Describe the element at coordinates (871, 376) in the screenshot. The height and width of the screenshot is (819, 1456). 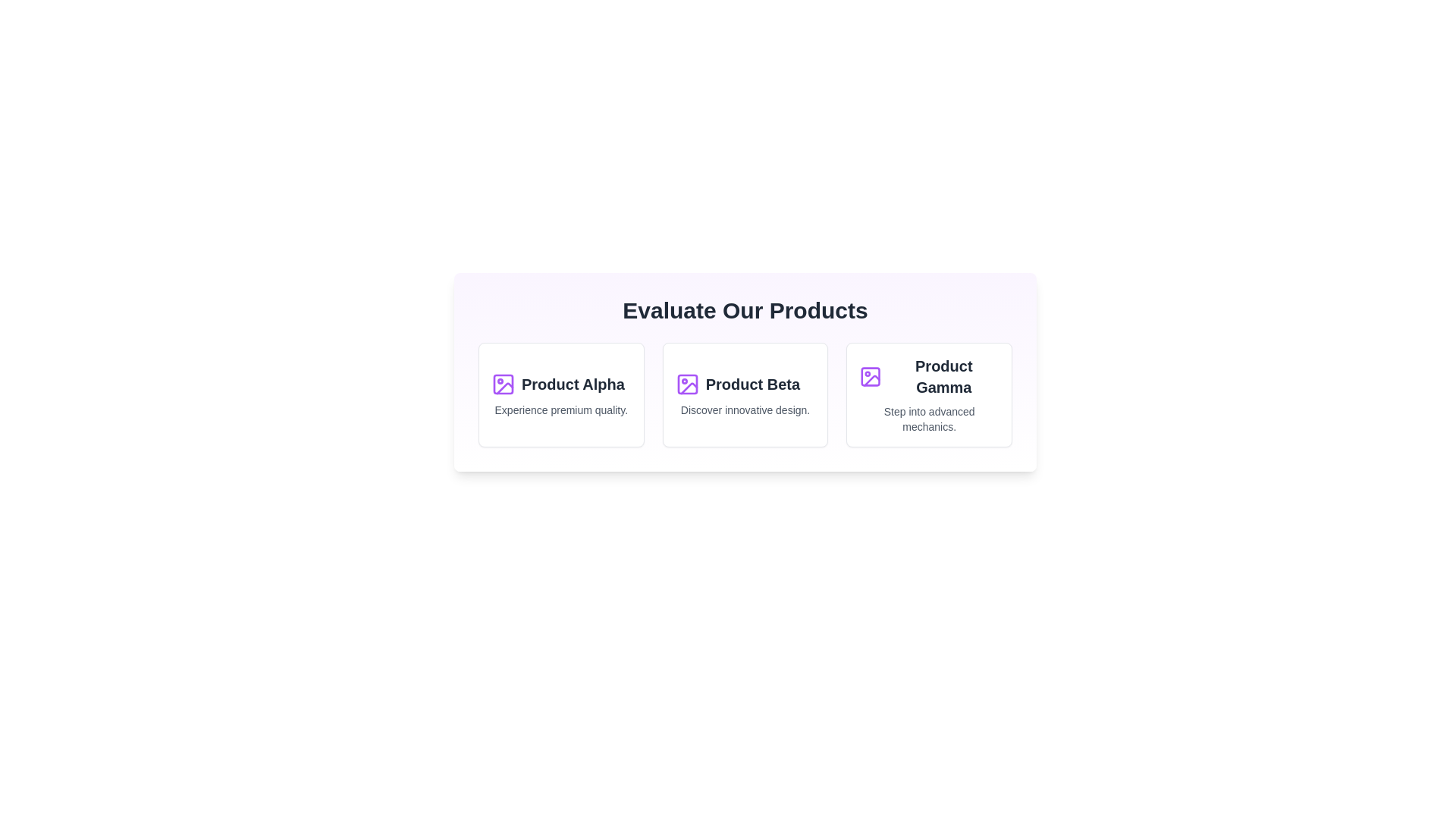
I see `the graphical icon component representing 'Product Beta', which is the main rectangular shape within the icon located to the immediate left of the text 'Product Beta'` at that location.